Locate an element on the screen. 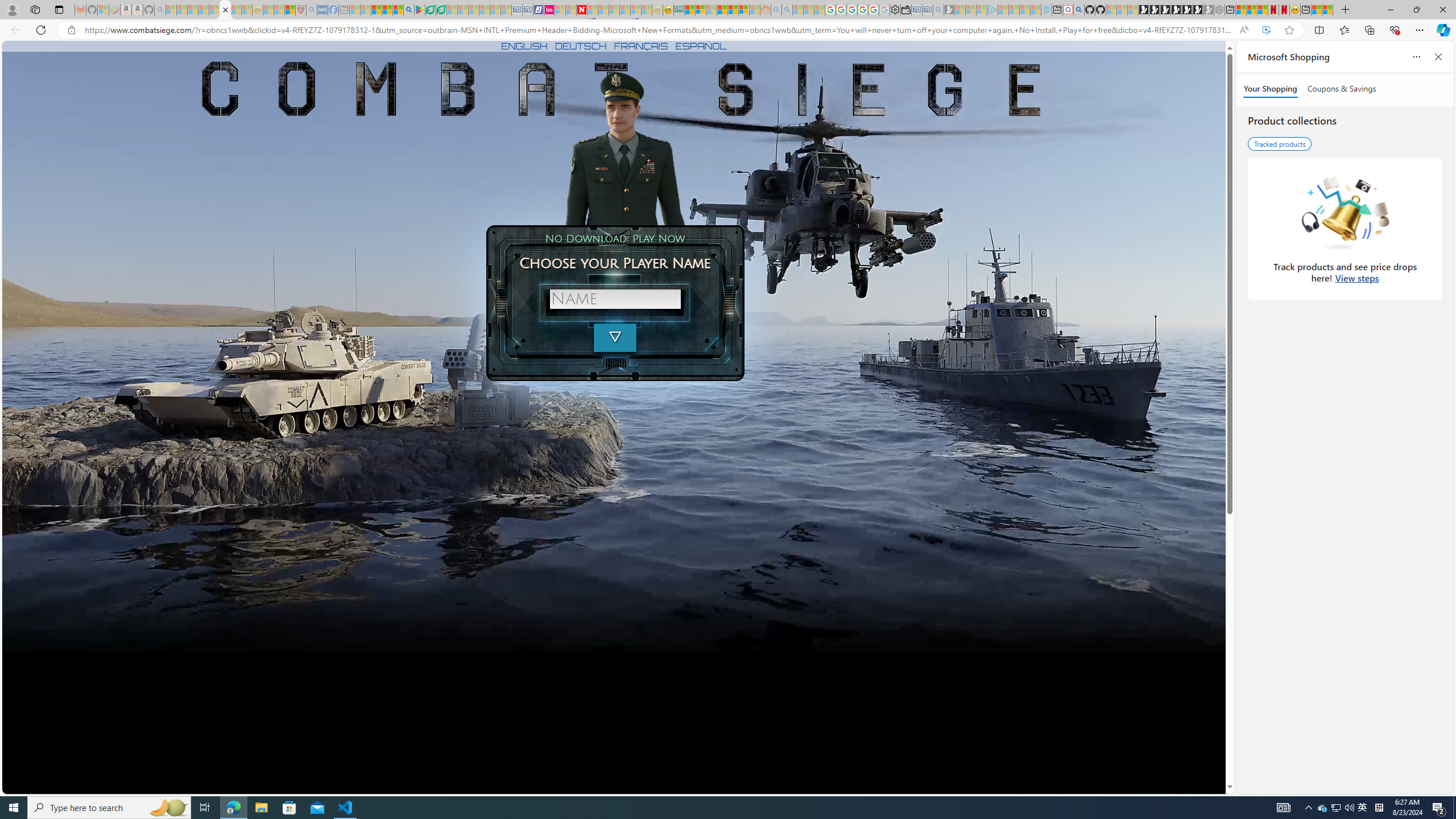 The width and height of the screenshot is (1456, 819). 'Wildlife - MSN' is located at coordinates (1316, 9).